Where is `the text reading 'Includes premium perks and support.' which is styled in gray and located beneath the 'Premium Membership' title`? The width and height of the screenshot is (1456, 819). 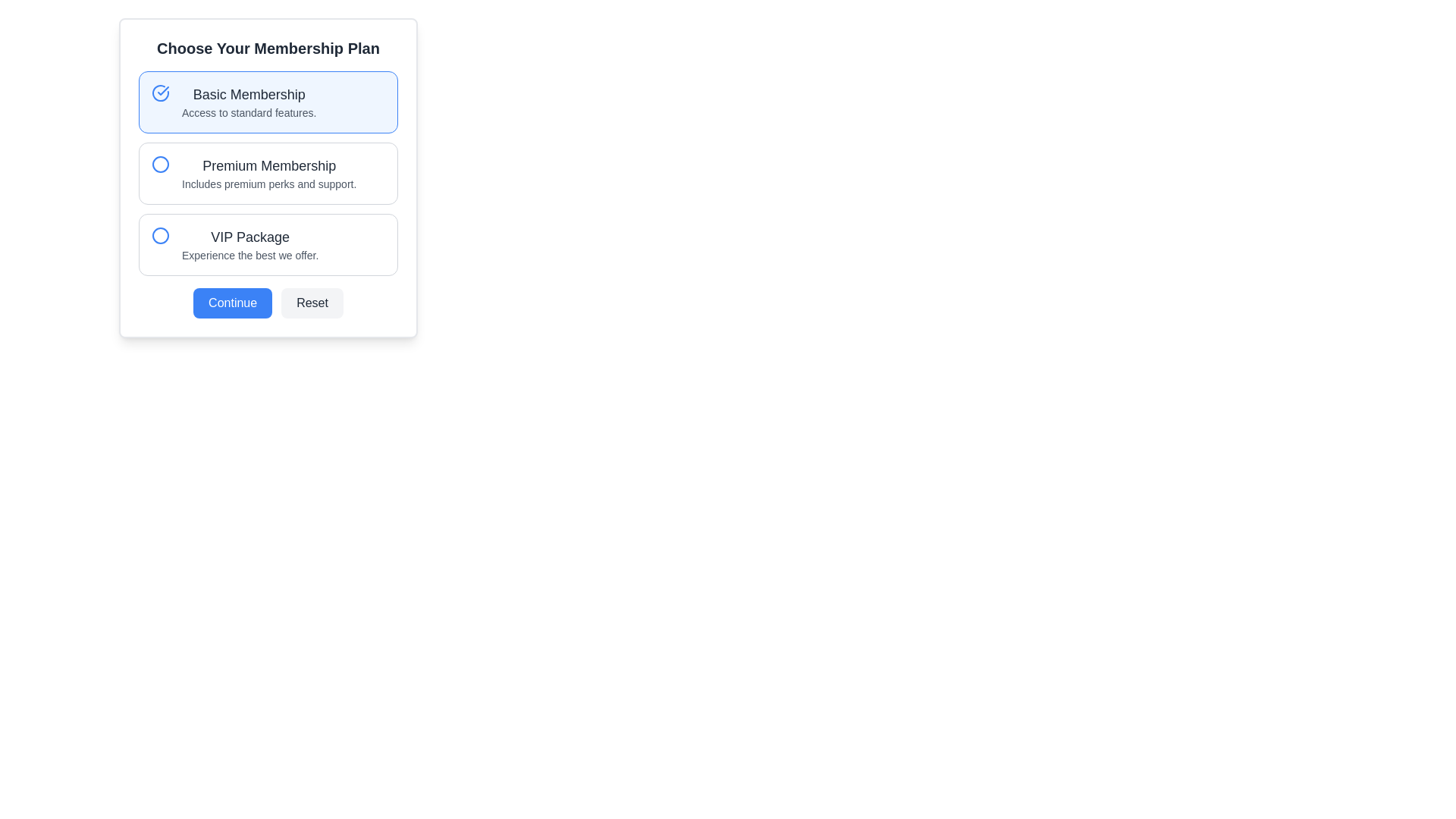 the text reading 'Includes premium perks and support.' which is styled in gray and located beneath the 'Premium Membership' title is located at coordinates (269, 184).